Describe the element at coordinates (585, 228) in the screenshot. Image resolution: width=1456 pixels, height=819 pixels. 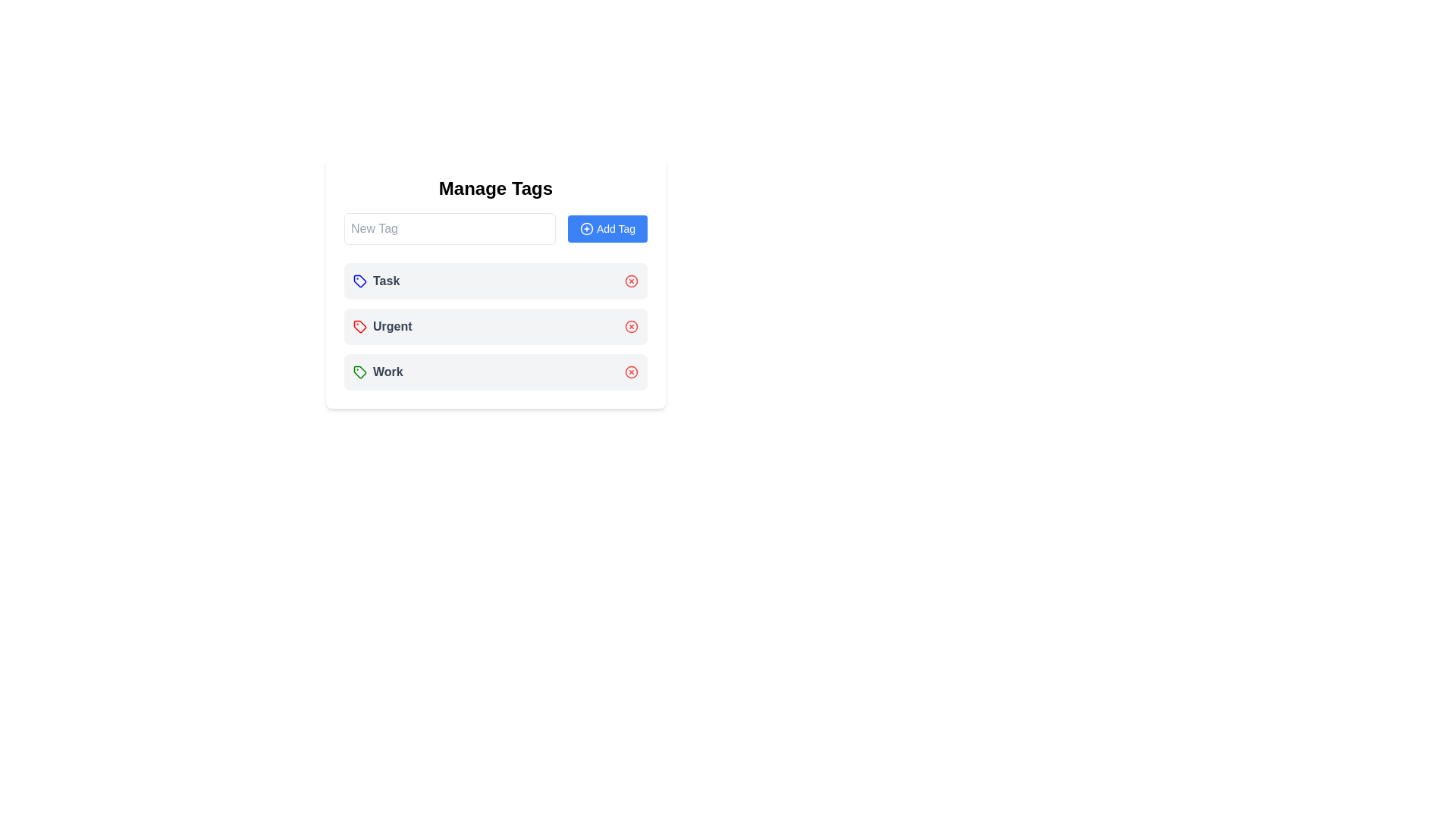
I see `the blue button labeled 'Add Tag' which contains a small circular icon with a plus sign inside` at that location.